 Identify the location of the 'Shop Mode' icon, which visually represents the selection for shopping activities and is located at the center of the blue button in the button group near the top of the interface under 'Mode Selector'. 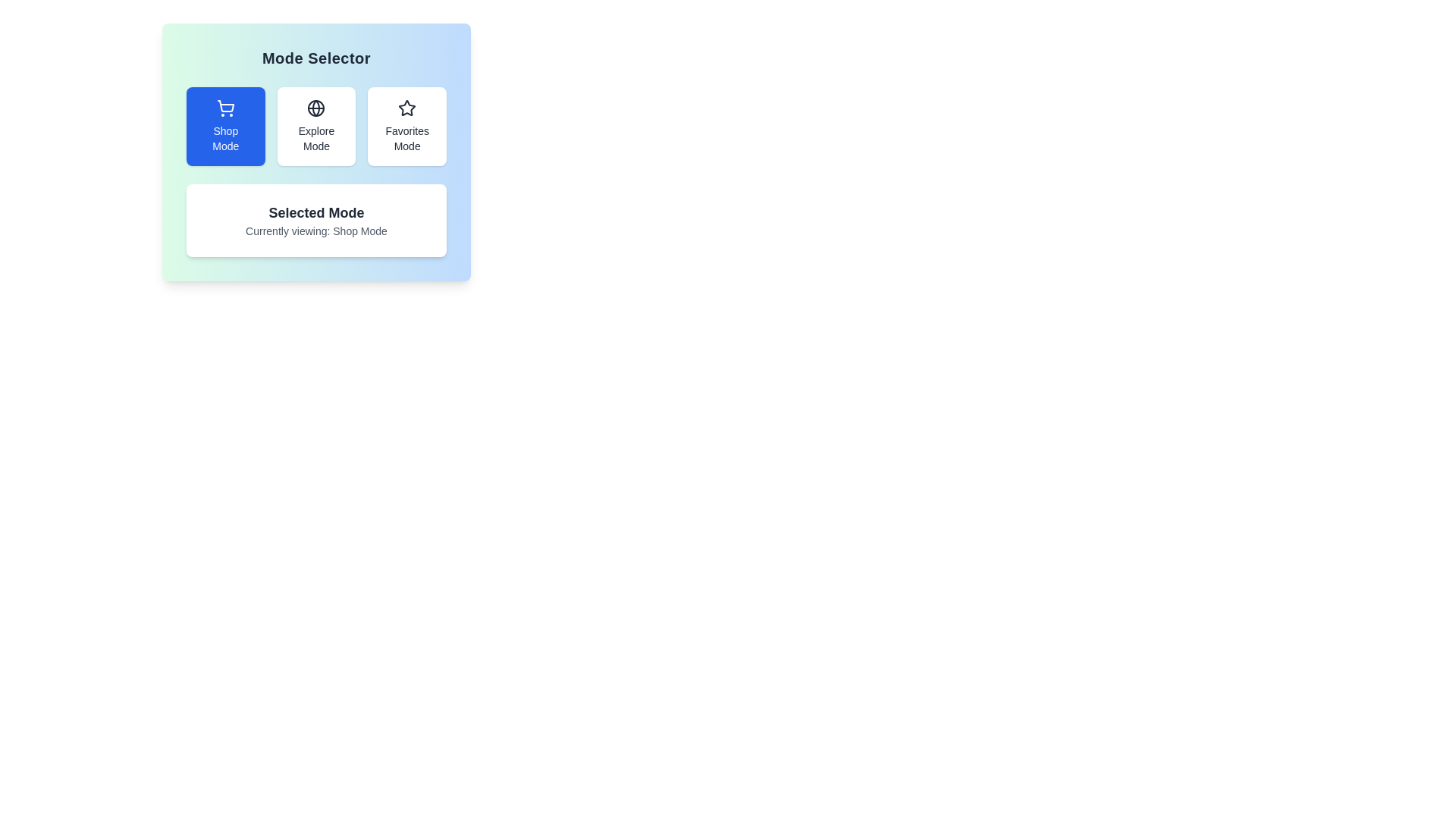
(224, 107).